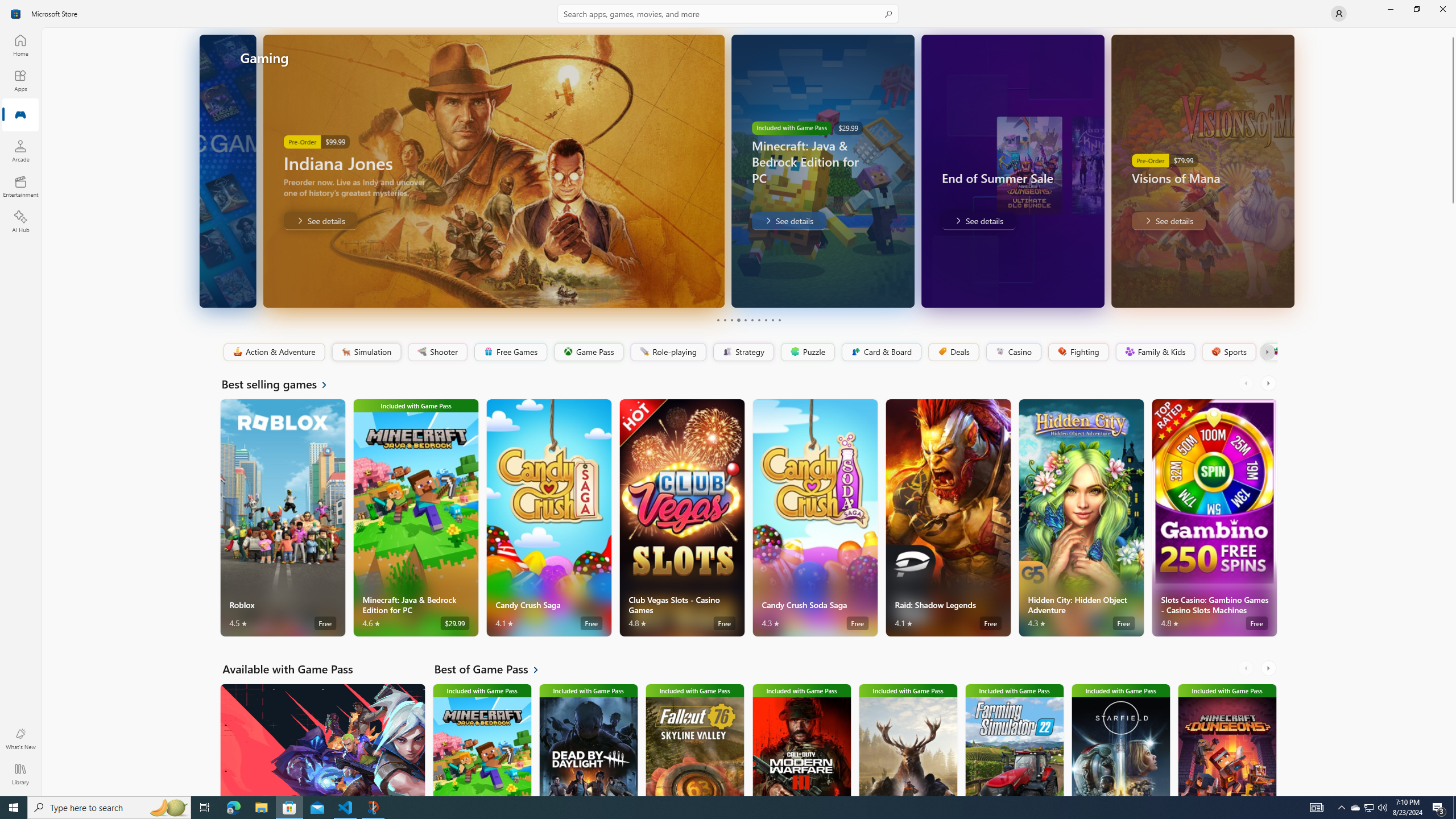 The image size is (1456, 819). Describe the element at coordinates (274, 351) in the screenshot. I see `'Action & Adventure'` at that location.